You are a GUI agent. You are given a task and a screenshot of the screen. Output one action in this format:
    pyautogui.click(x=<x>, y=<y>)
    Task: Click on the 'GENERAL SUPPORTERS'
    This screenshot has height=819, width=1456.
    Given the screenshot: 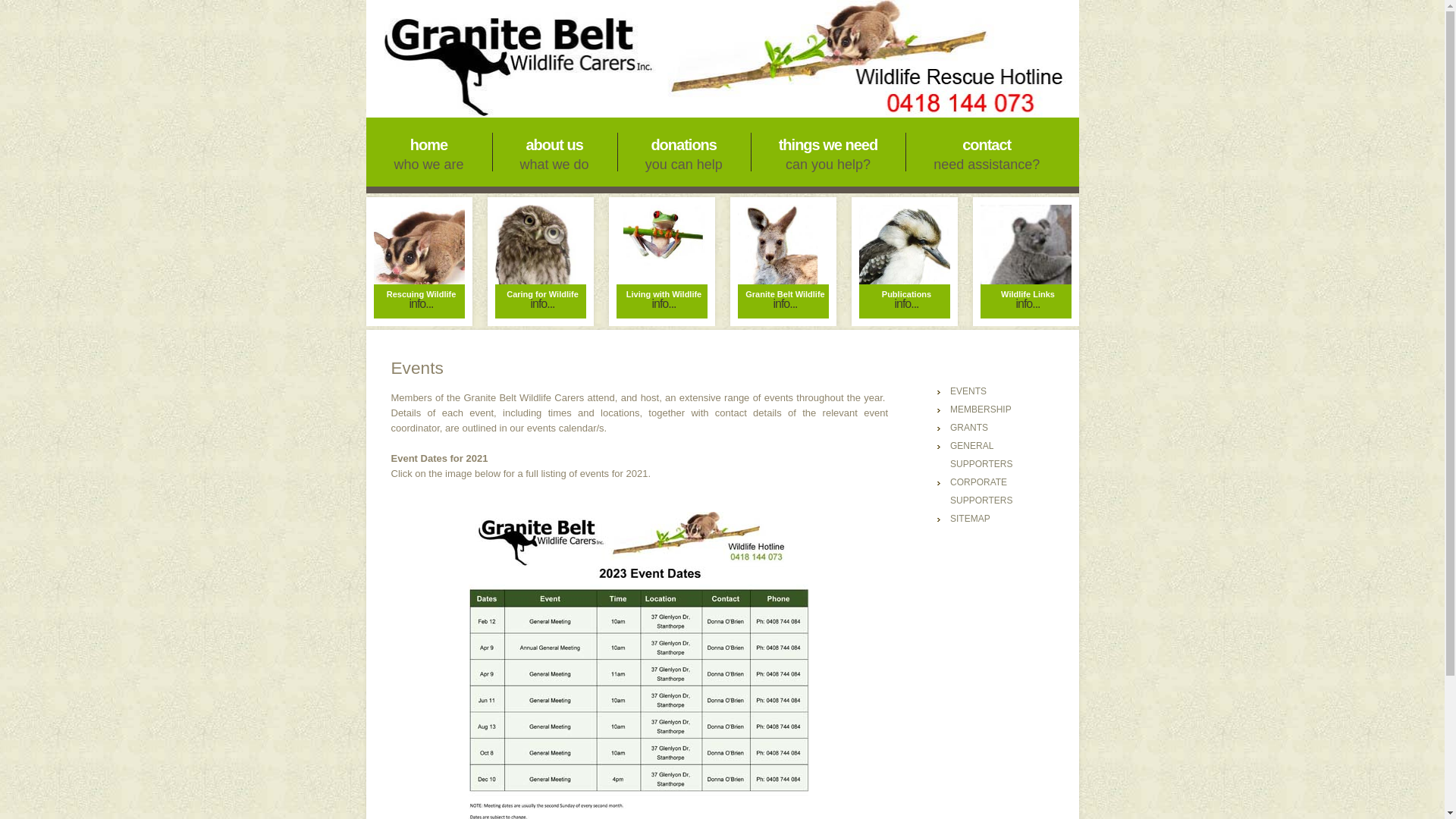 What is the action you would take?
    pyautogui.click(x=981, y=454)
    